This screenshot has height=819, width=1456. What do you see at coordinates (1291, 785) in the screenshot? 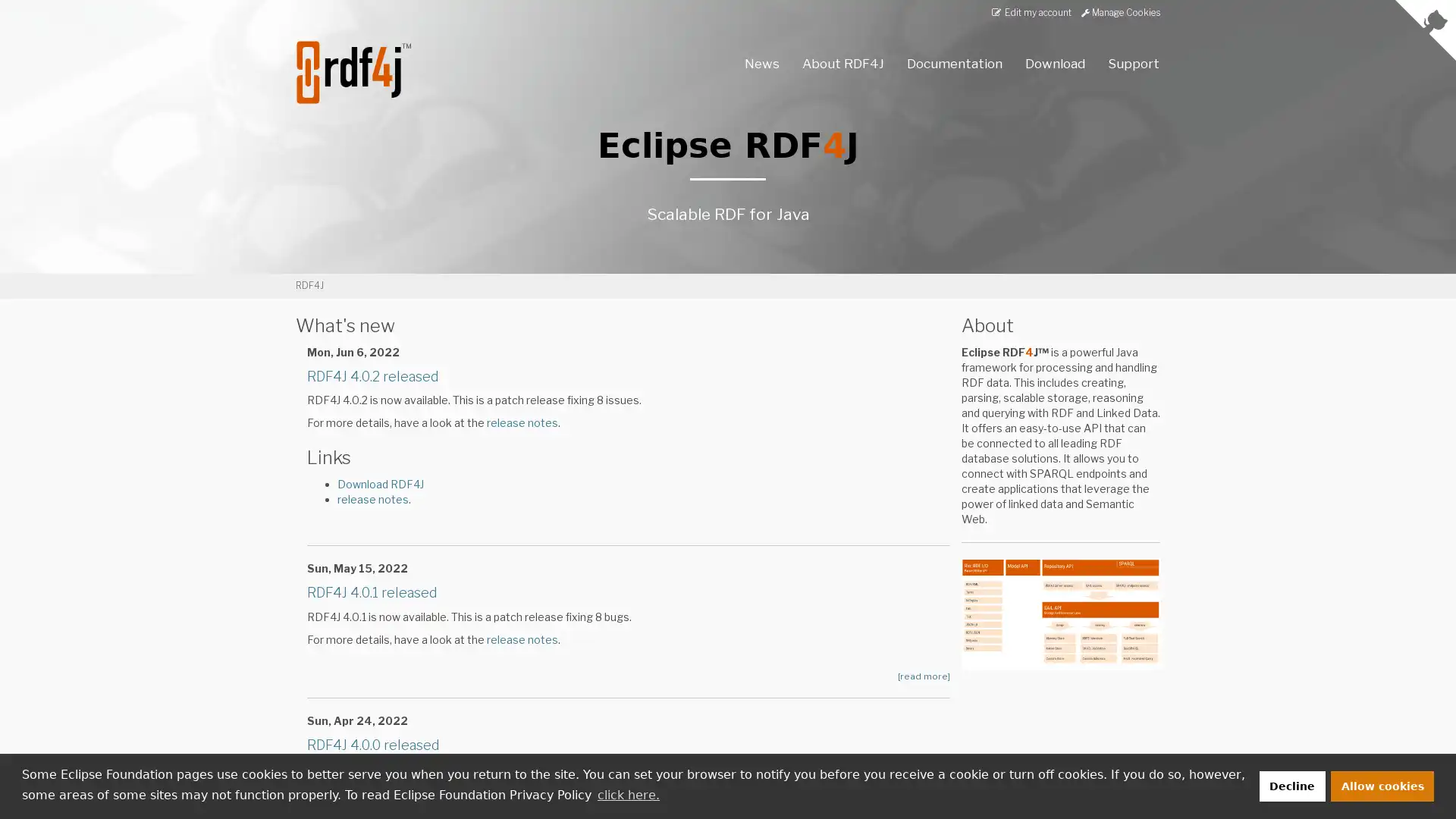
I see `deny cookies` at bounding box center [1291, 785].